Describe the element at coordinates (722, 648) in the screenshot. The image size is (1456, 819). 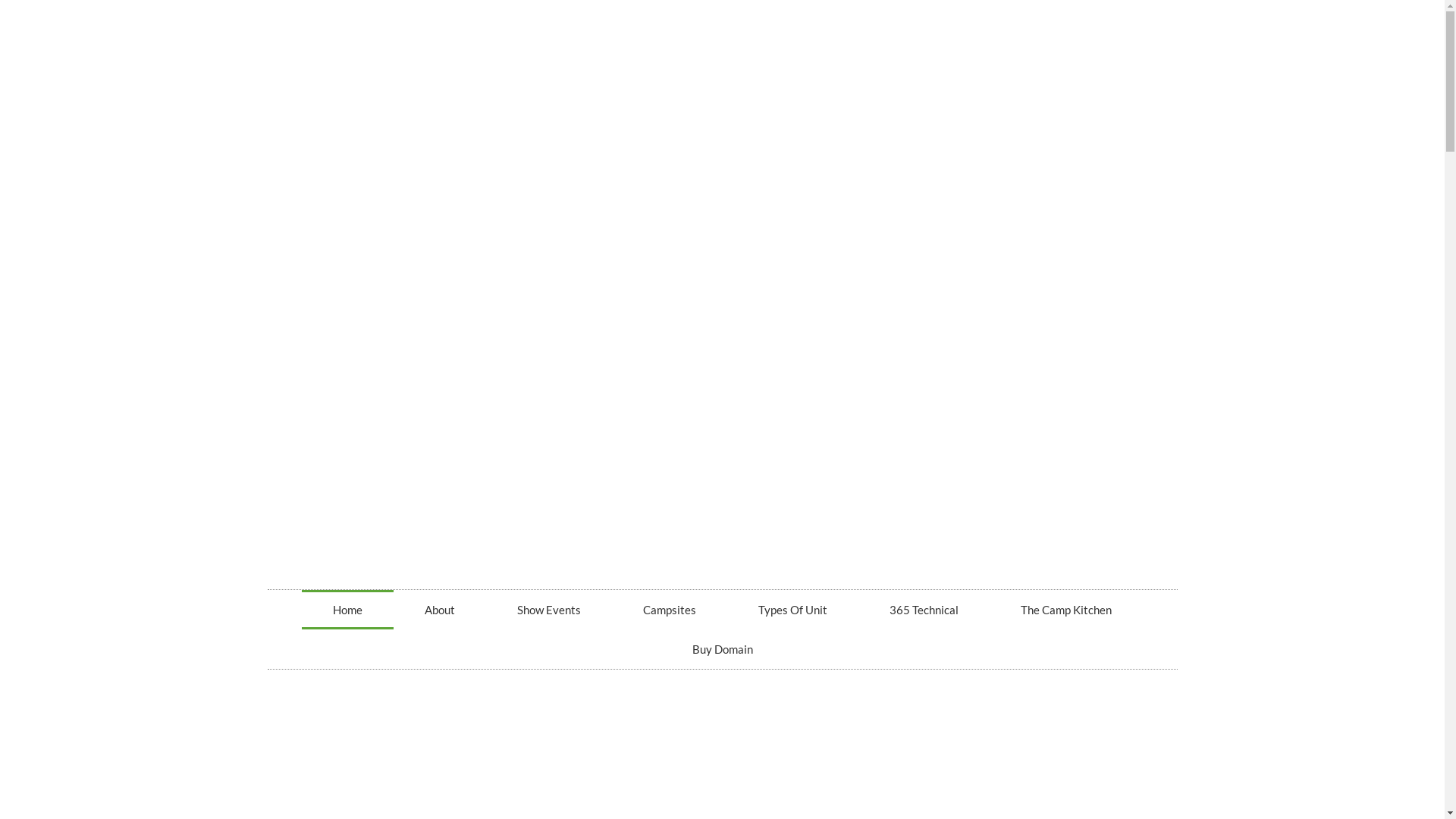
I see `'Buy Domain'` at that location.